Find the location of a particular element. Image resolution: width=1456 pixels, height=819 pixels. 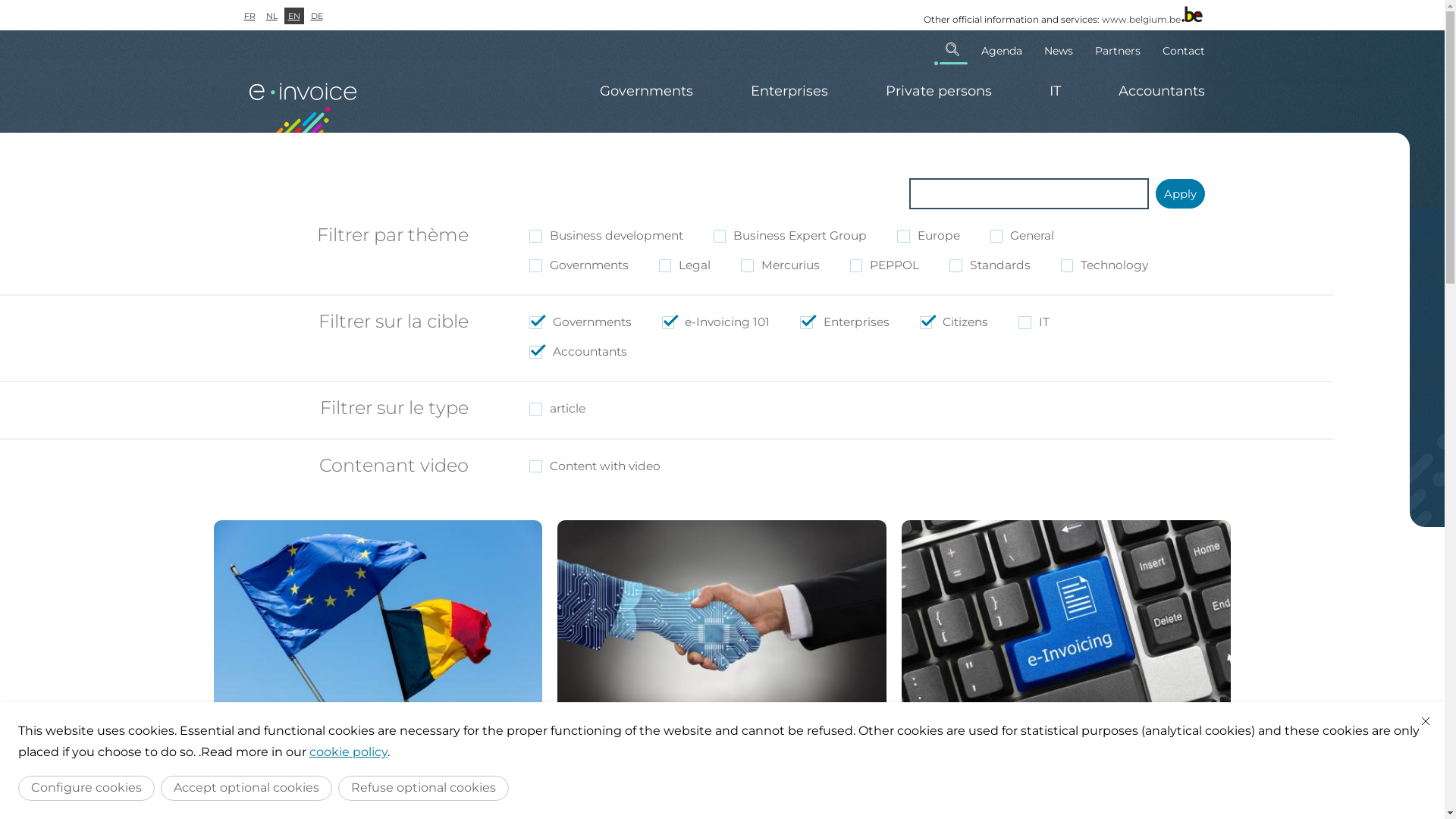

'Enterprises' is located at coordinates (789, 91).